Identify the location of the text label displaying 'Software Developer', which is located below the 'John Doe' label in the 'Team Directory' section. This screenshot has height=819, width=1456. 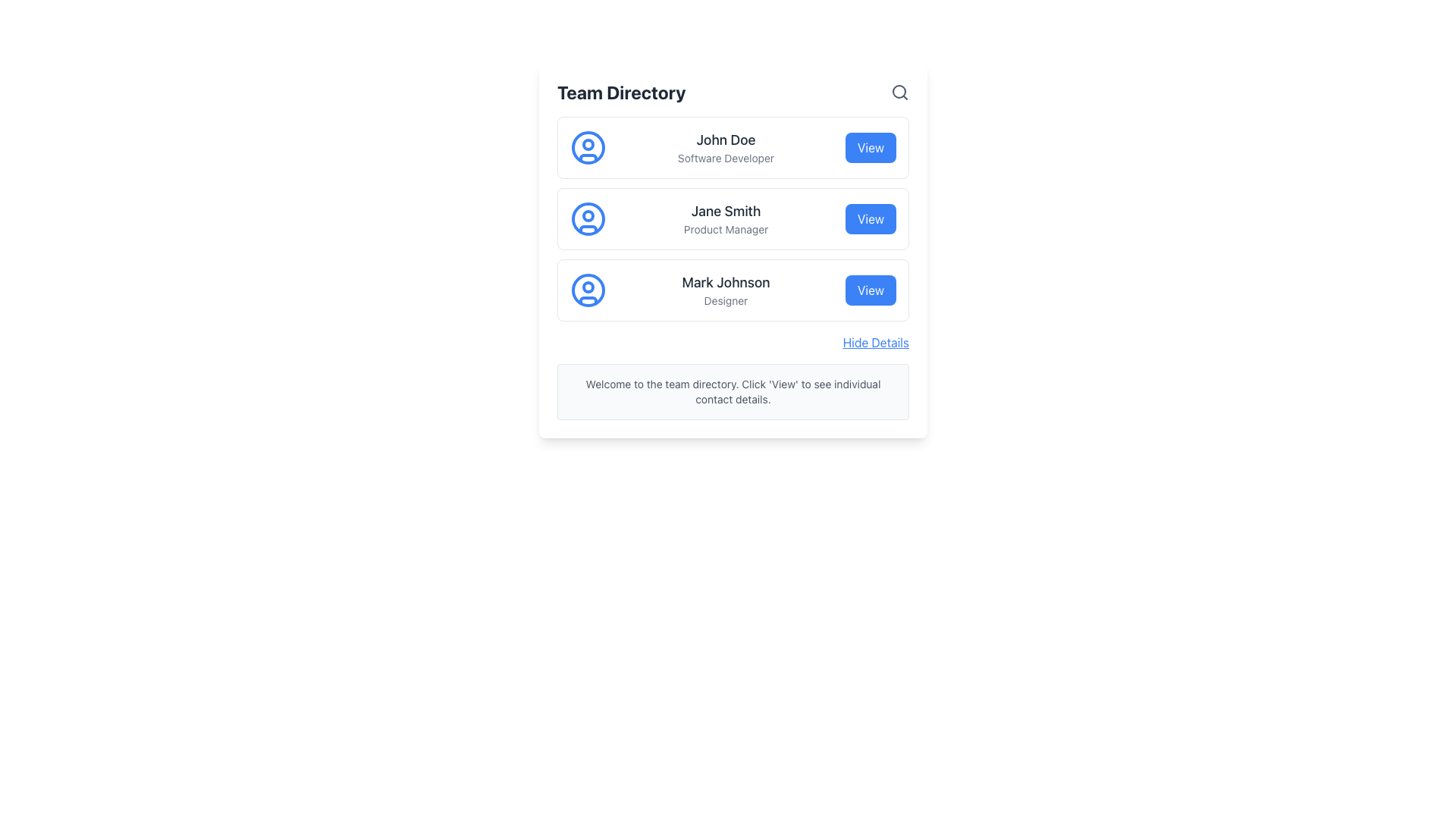
(725, 158).